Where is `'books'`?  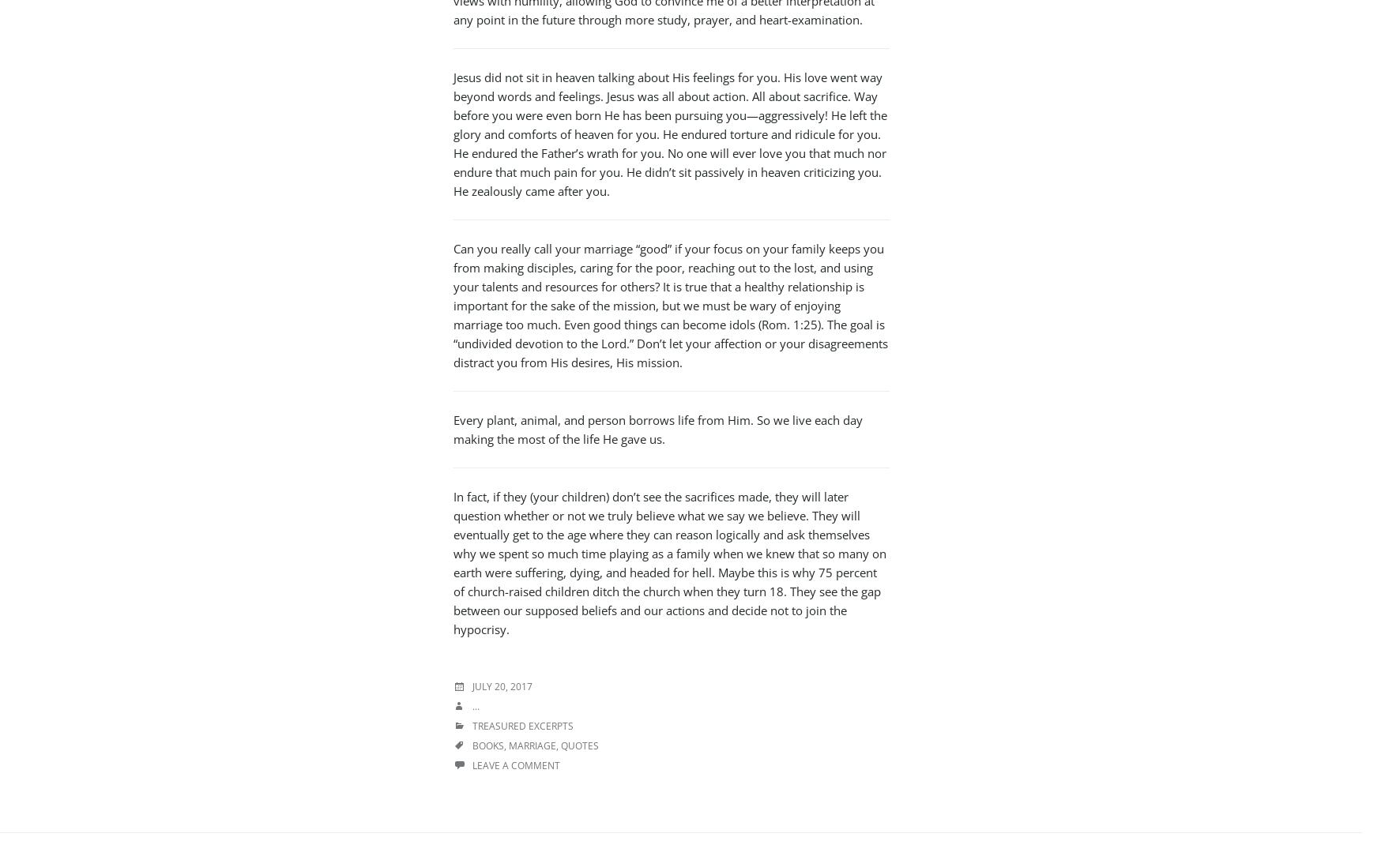
'books' is located at coordinates (488, 745).